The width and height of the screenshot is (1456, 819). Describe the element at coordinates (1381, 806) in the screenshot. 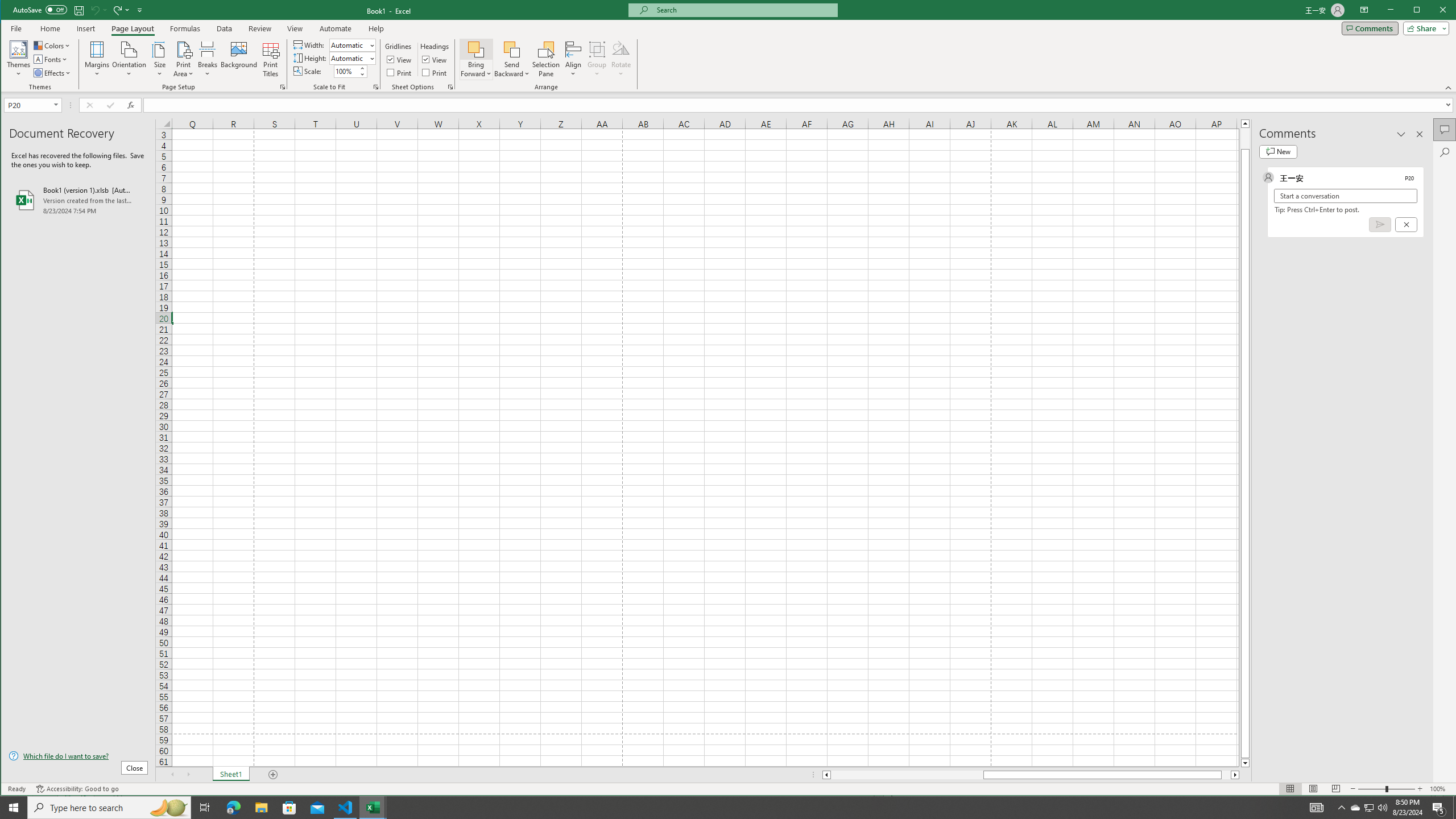

I see `'Q2790: 100%'` at that location.